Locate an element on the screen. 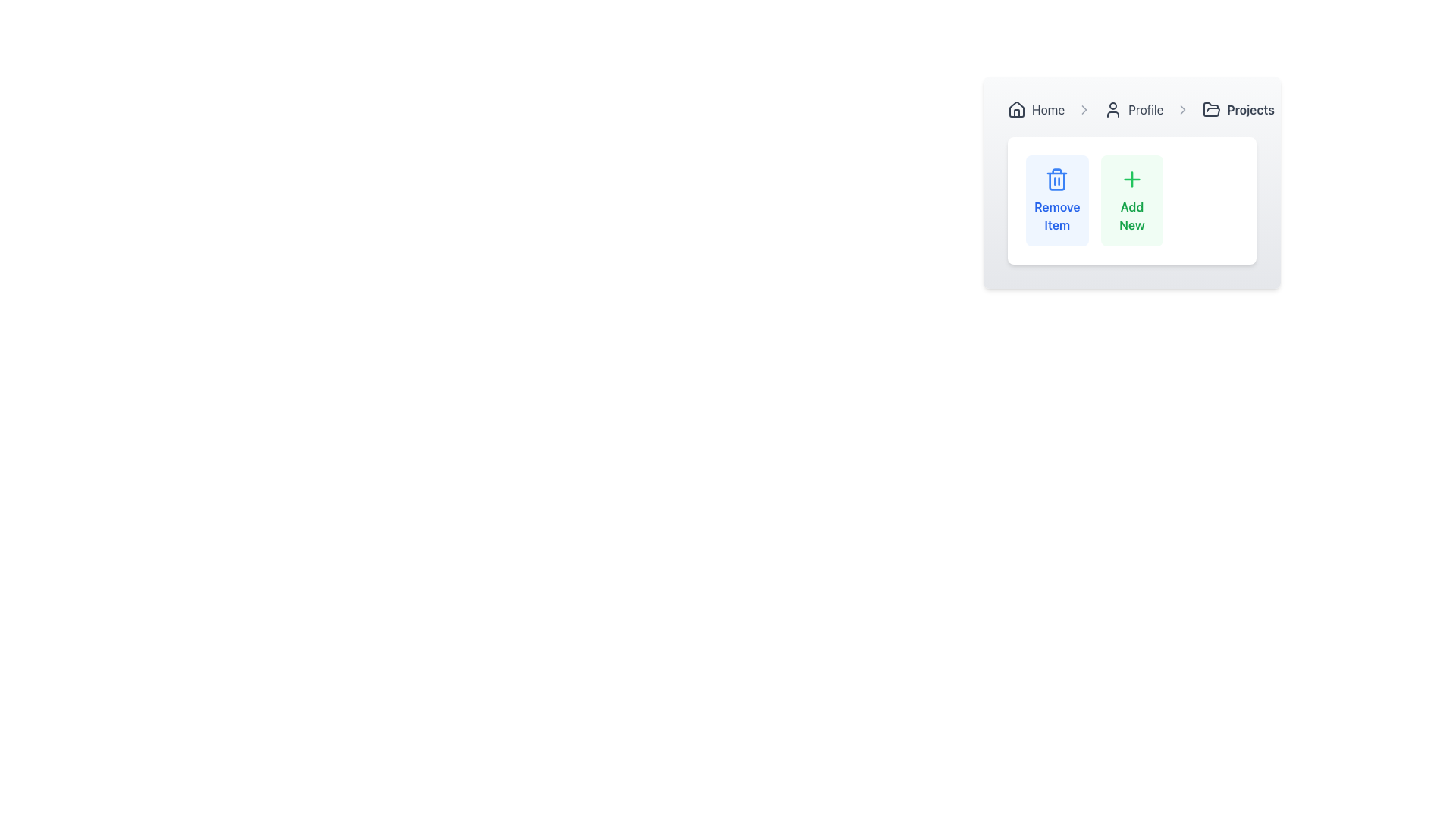 The width and height of the screenshot is (1456, 819). the trash can icon located within the 'Remove Item' card is located at coordinates (1056, 178).